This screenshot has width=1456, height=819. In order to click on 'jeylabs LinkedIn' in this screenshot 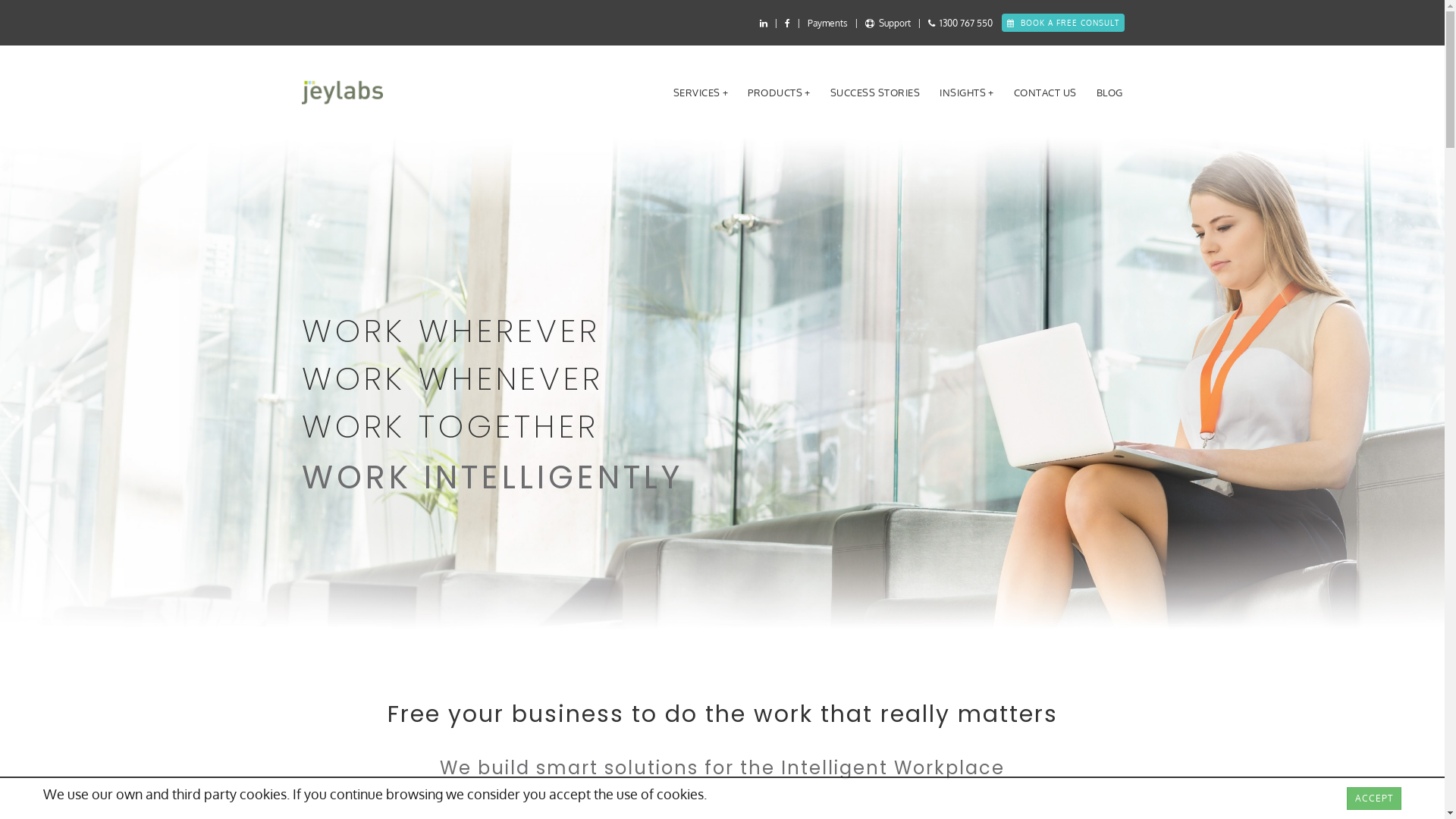, I will do `click(760, 23)`.